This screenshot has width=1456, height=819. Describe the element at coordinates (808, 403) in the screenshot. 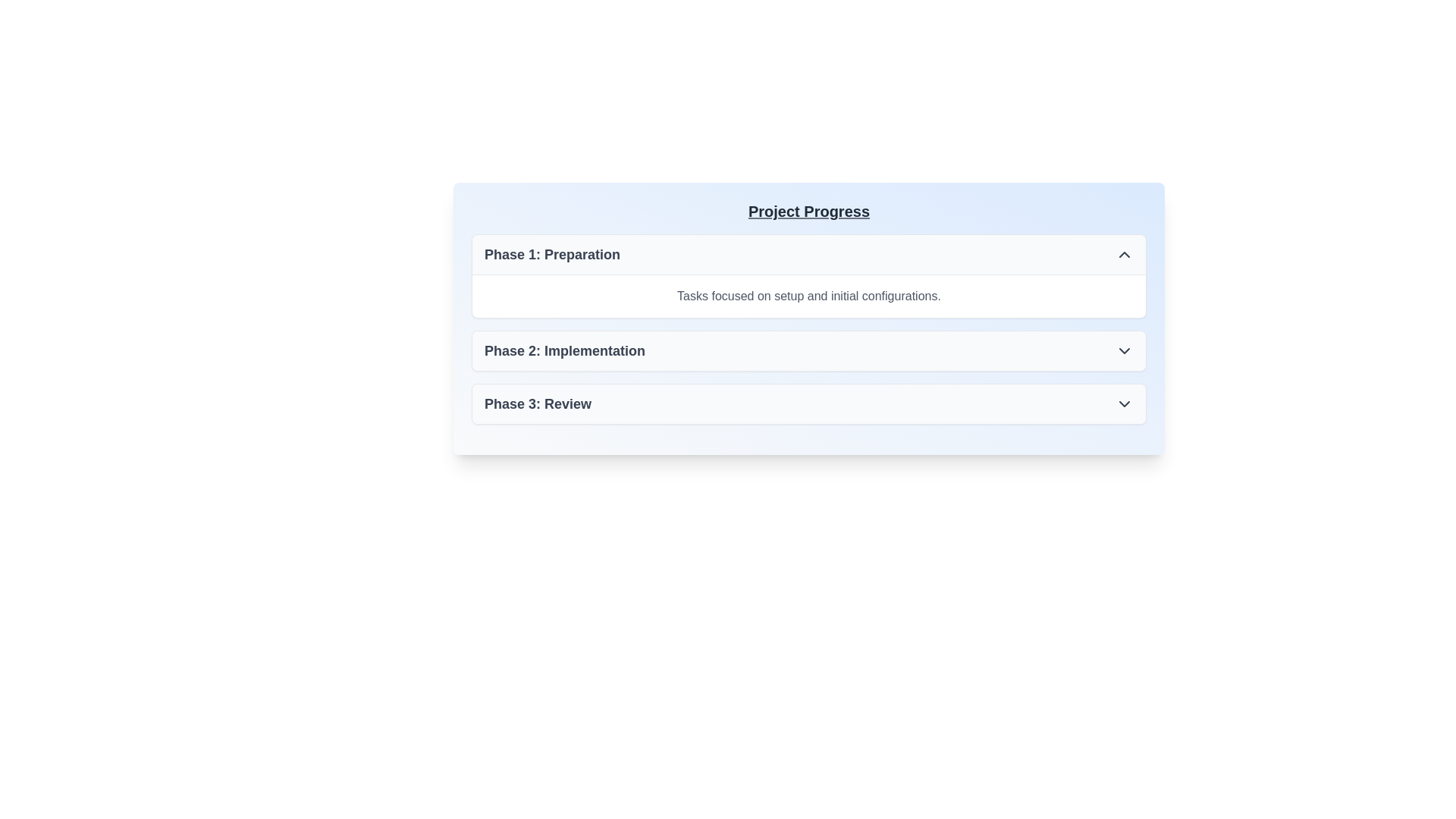

I see `the Interactive list item representing 'Phase 3: Review' for accessibility navigation` at that location.